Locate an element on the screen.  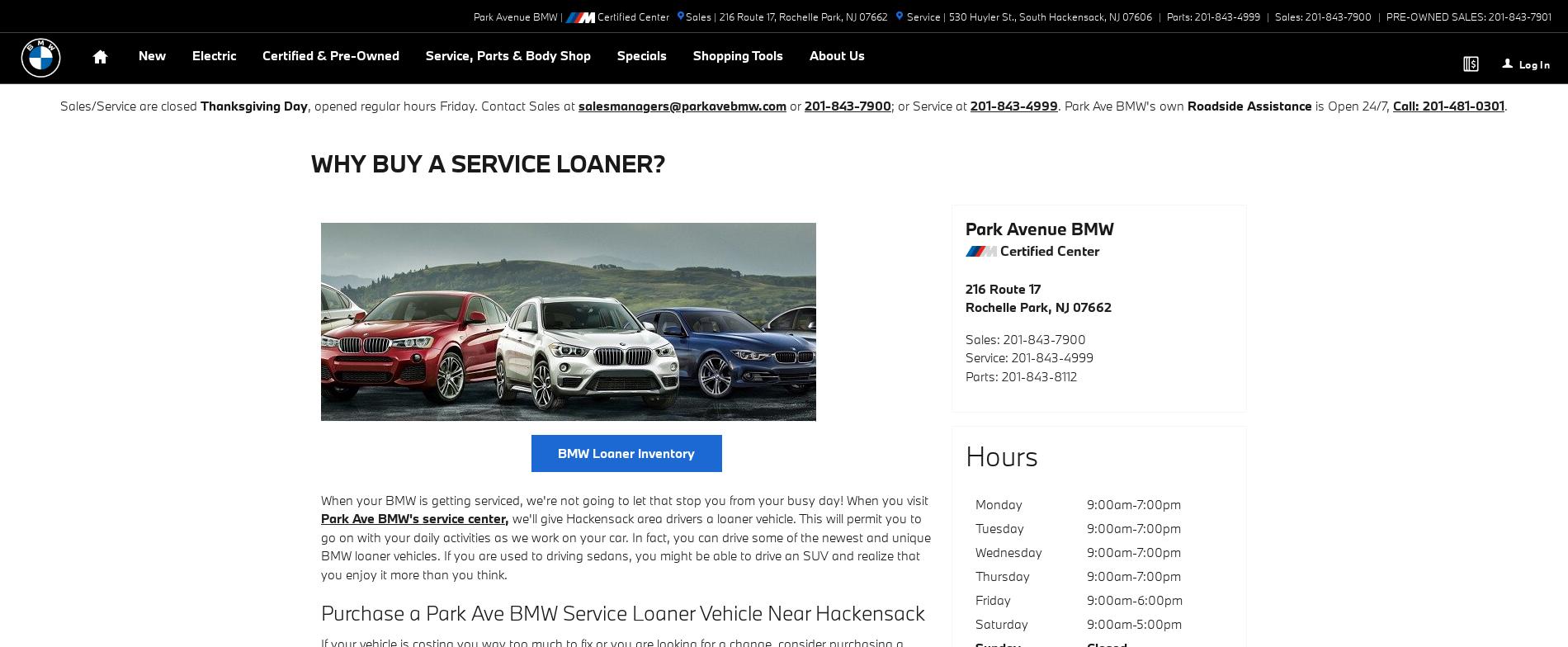
'|' is located at coordinates (560, 16).